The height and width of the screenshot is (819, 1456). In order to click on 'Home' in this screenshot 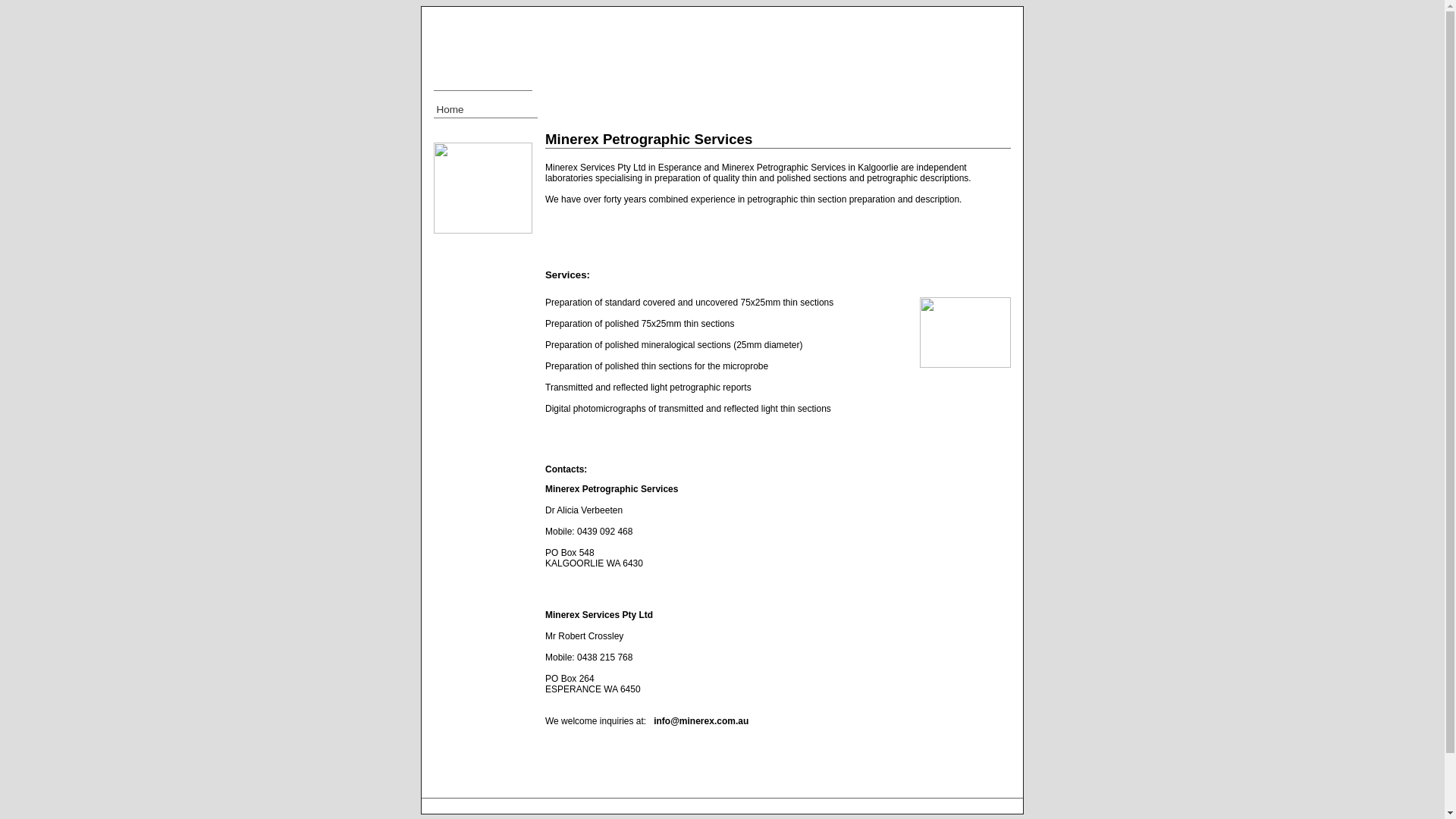, I will do `click(485, 109)`.